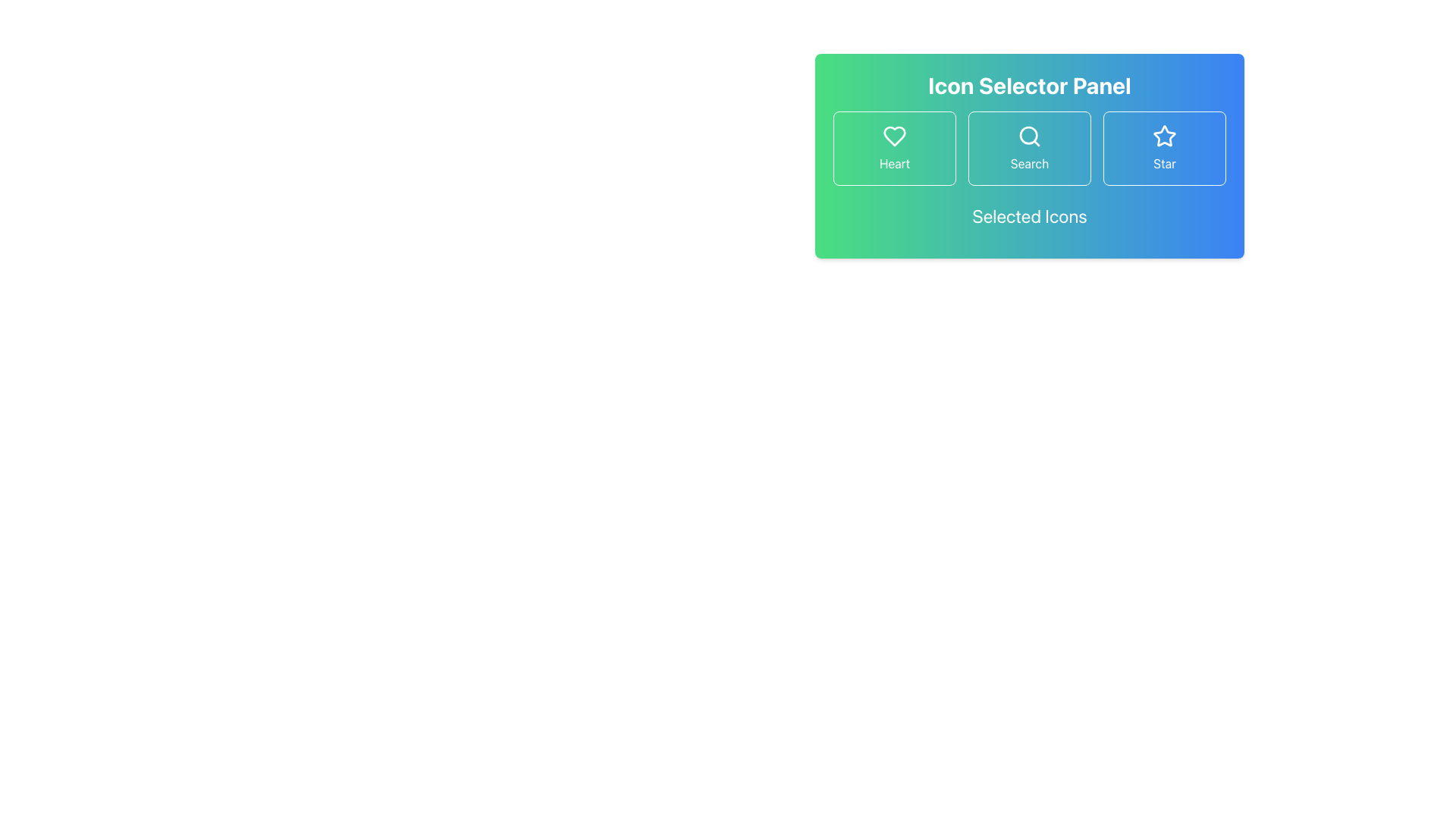 The image size is (1456, 819). What do you see at coordinates (1164, 149) in the screenshot?
I see `the 'Star' button located in the Icon Selector Panel` at bounding box center [1164, 149].